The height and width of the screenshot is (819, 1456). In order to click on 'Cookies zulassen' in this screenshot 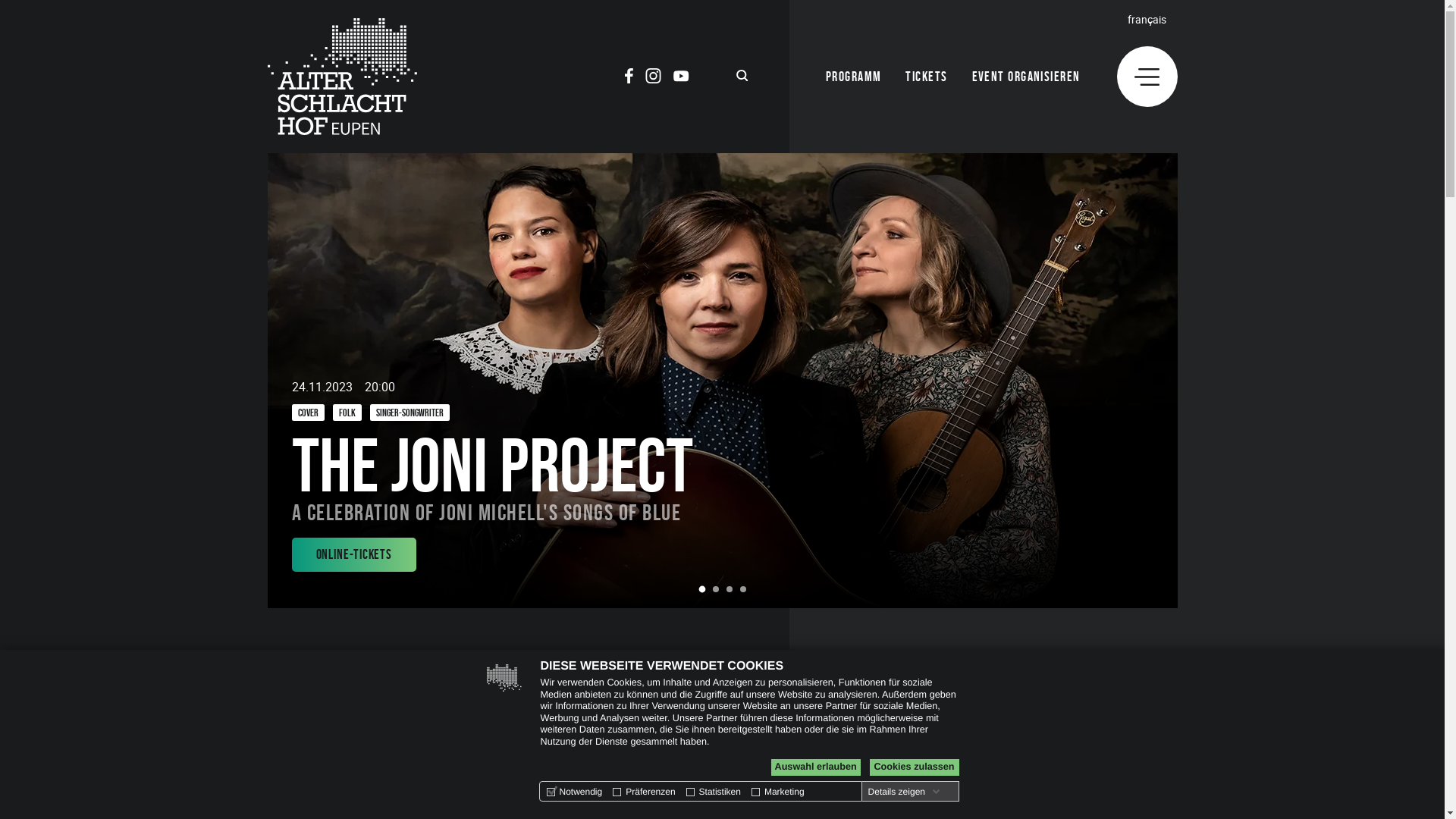, I will do `click(912, 767)`.